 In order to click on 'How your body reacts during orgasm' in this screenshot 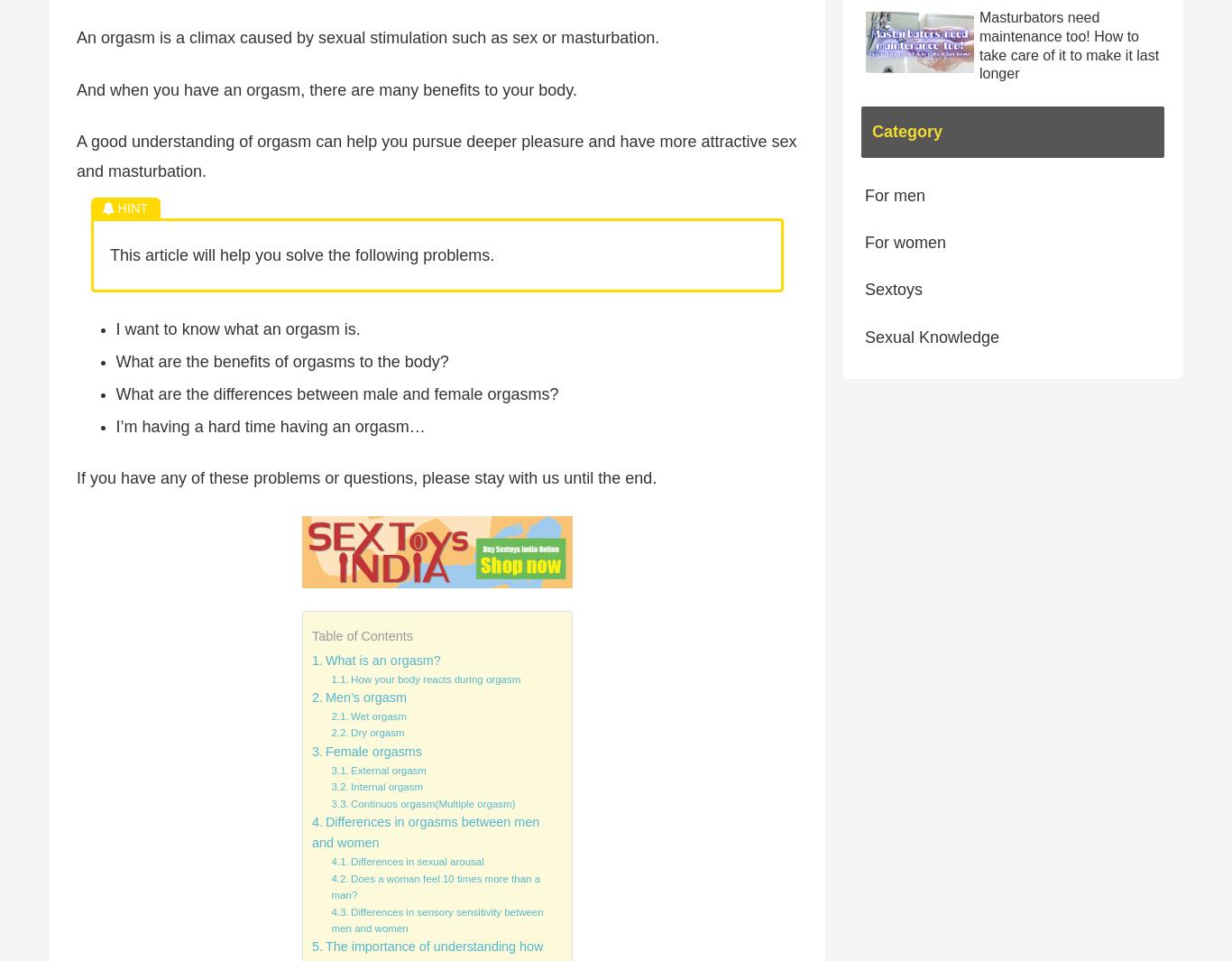, I will do `click(350, 678)`.